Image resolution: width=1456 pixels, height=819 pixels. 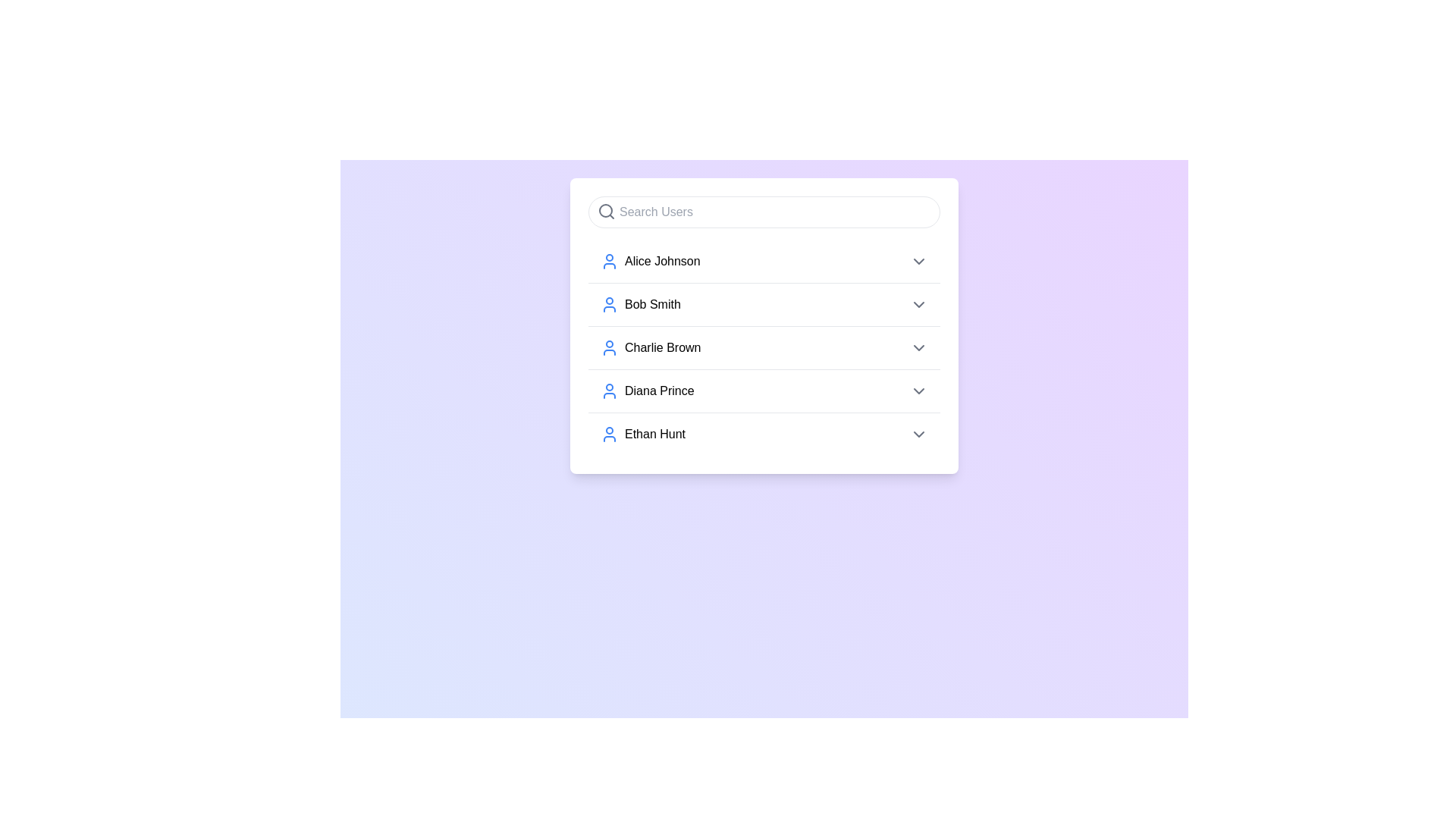 What do you see at coordinates (663, 348) in the screenshot?
I see `the Text label displaying the user's name located in the third position of a user list, positioned between 'Bob Smith' and 'Diana Prince'` at bounding box center [663, 348].